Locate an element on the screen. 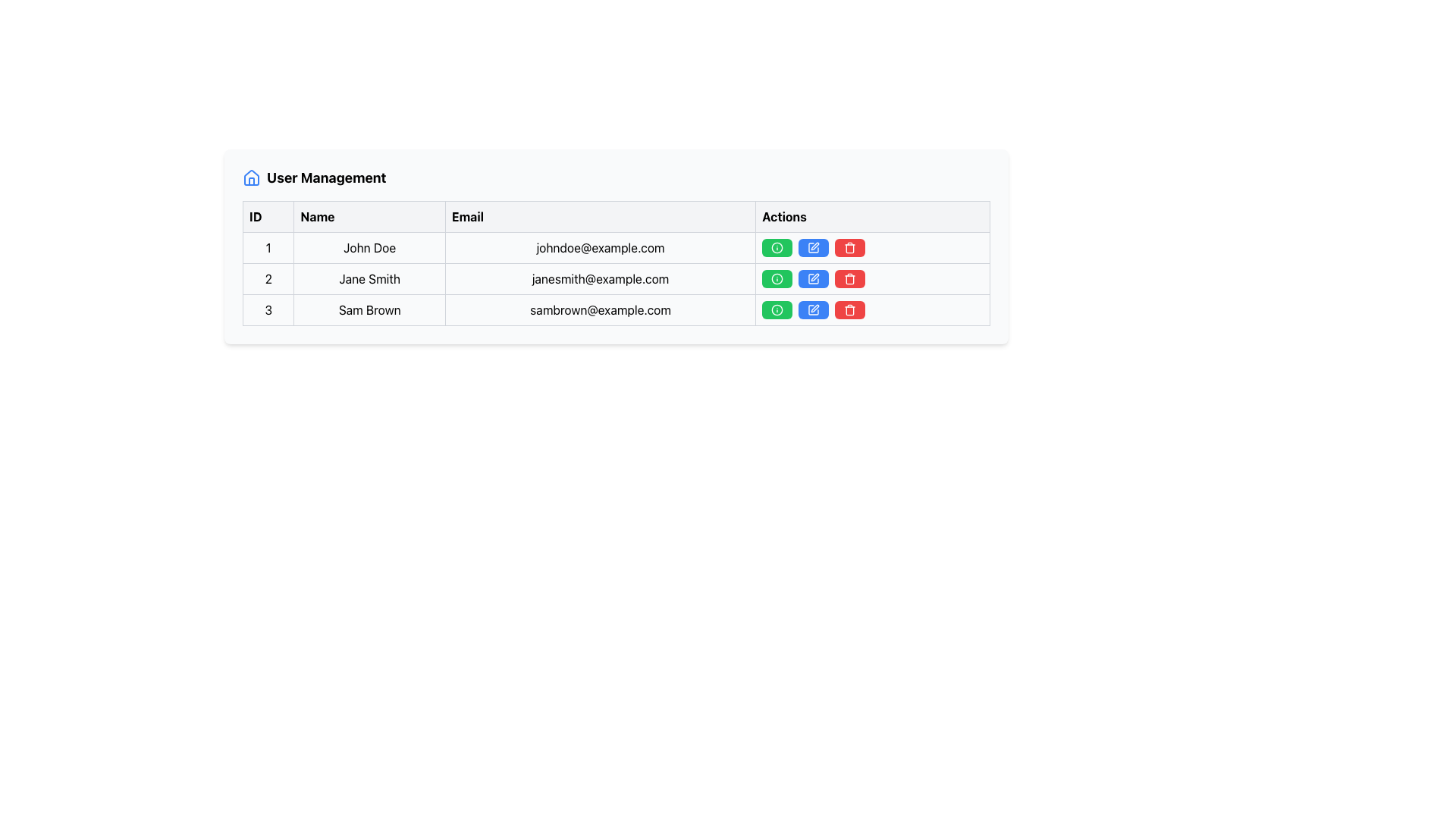 This screenshot has width=1456, height=819. the home icon located to the left of the 'User Management' title in the heading area of the management UI table is located at coordinates (251, 177).